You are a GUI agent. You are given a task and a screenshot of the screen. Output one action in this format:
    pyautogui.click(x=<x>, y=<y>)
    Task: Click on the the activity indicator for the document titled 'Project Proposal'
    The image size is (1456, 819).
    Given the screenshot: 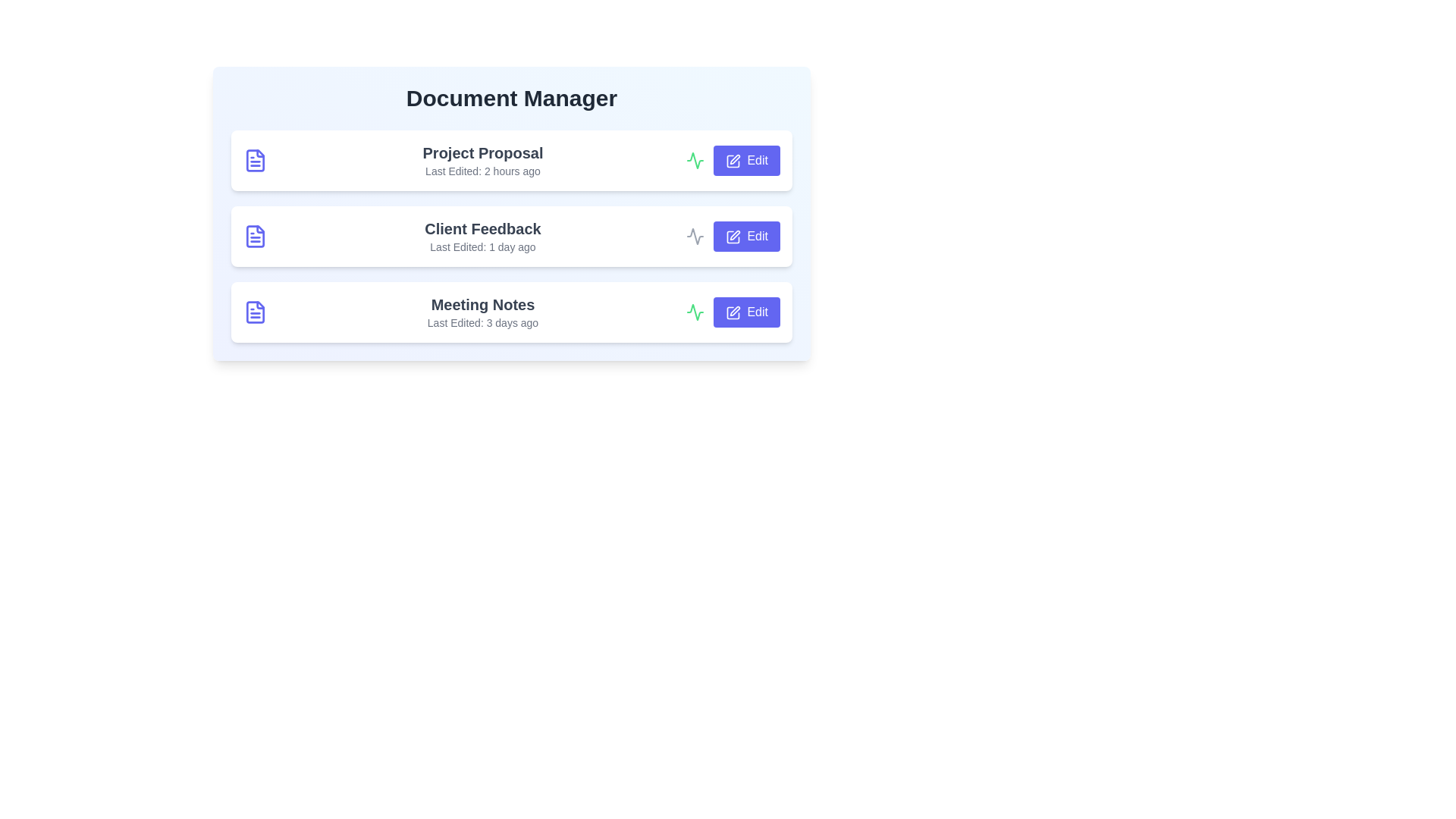 What is the action you would take?
    pyautogui.click(x=694, y=161)
    